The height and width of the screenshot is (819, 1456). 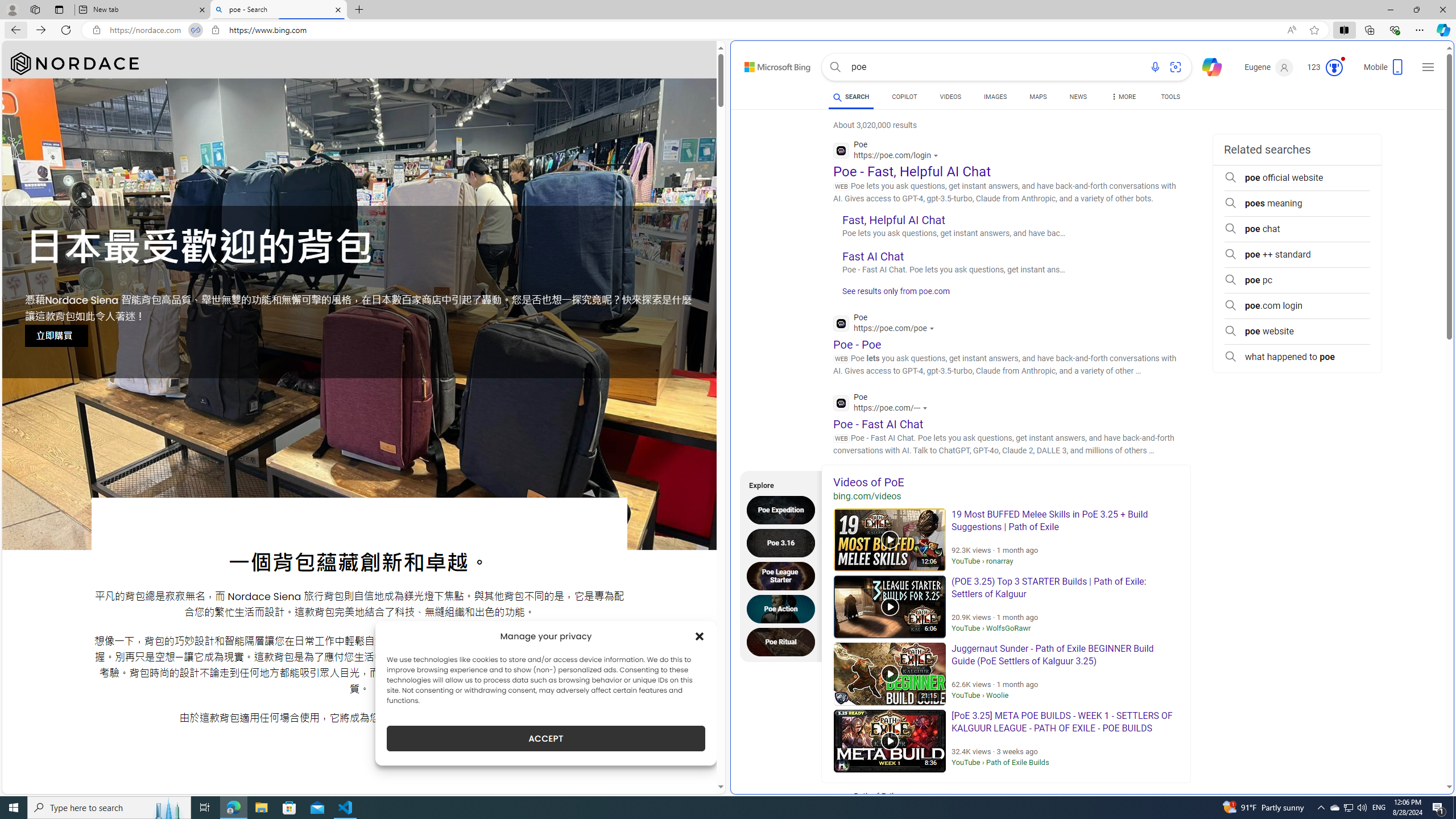 What do you see at coordinates (1038, 96) in the screenshot?
I see `'MAPS'` at bounding box center [1038, 96].